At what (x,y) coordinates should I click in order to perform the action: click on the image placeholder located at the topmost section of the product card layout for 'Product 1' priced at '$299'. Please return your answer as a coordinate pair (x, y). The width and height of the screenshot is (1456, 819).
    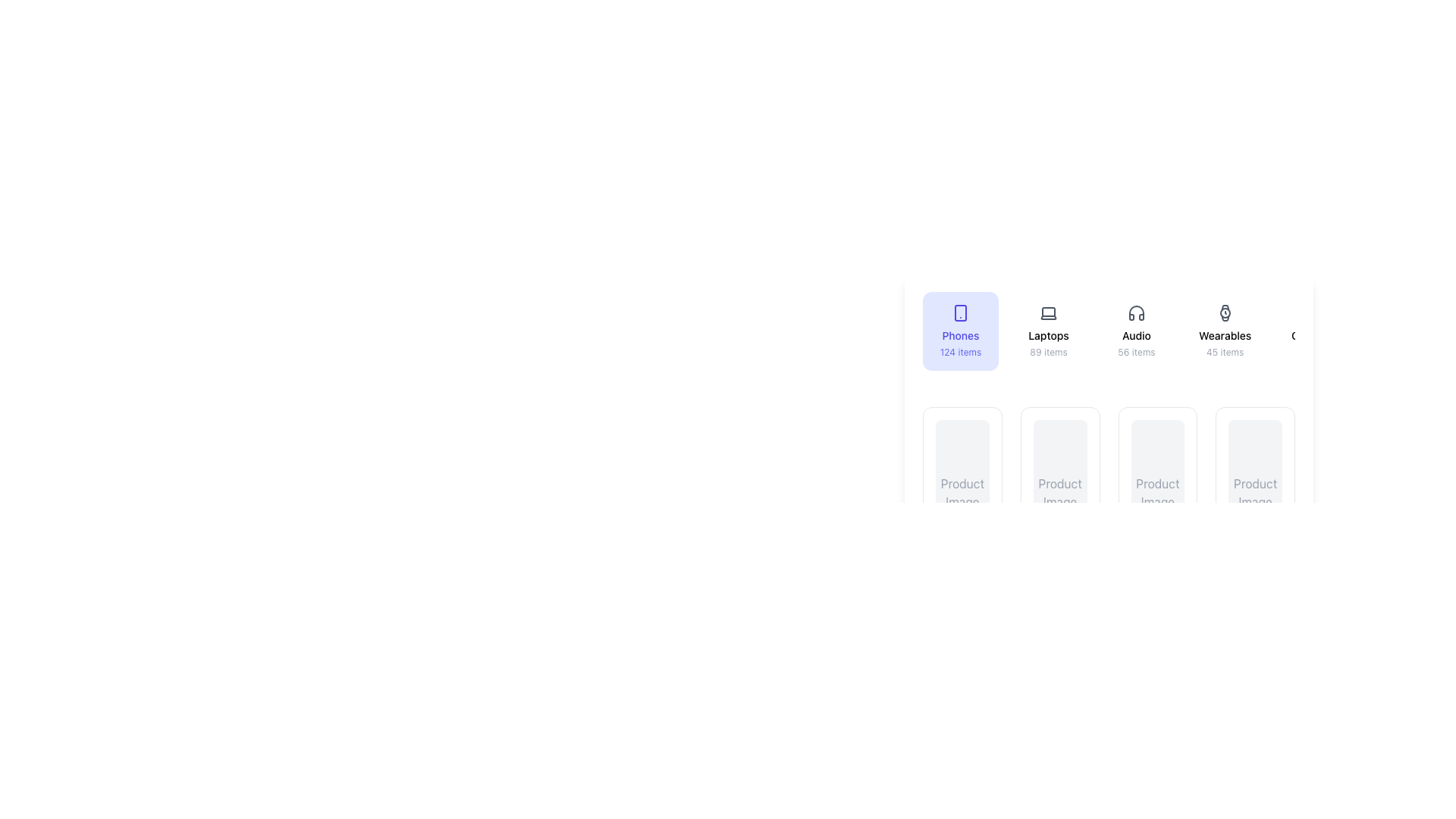
    Looking at the image, I should click on (962, 493).